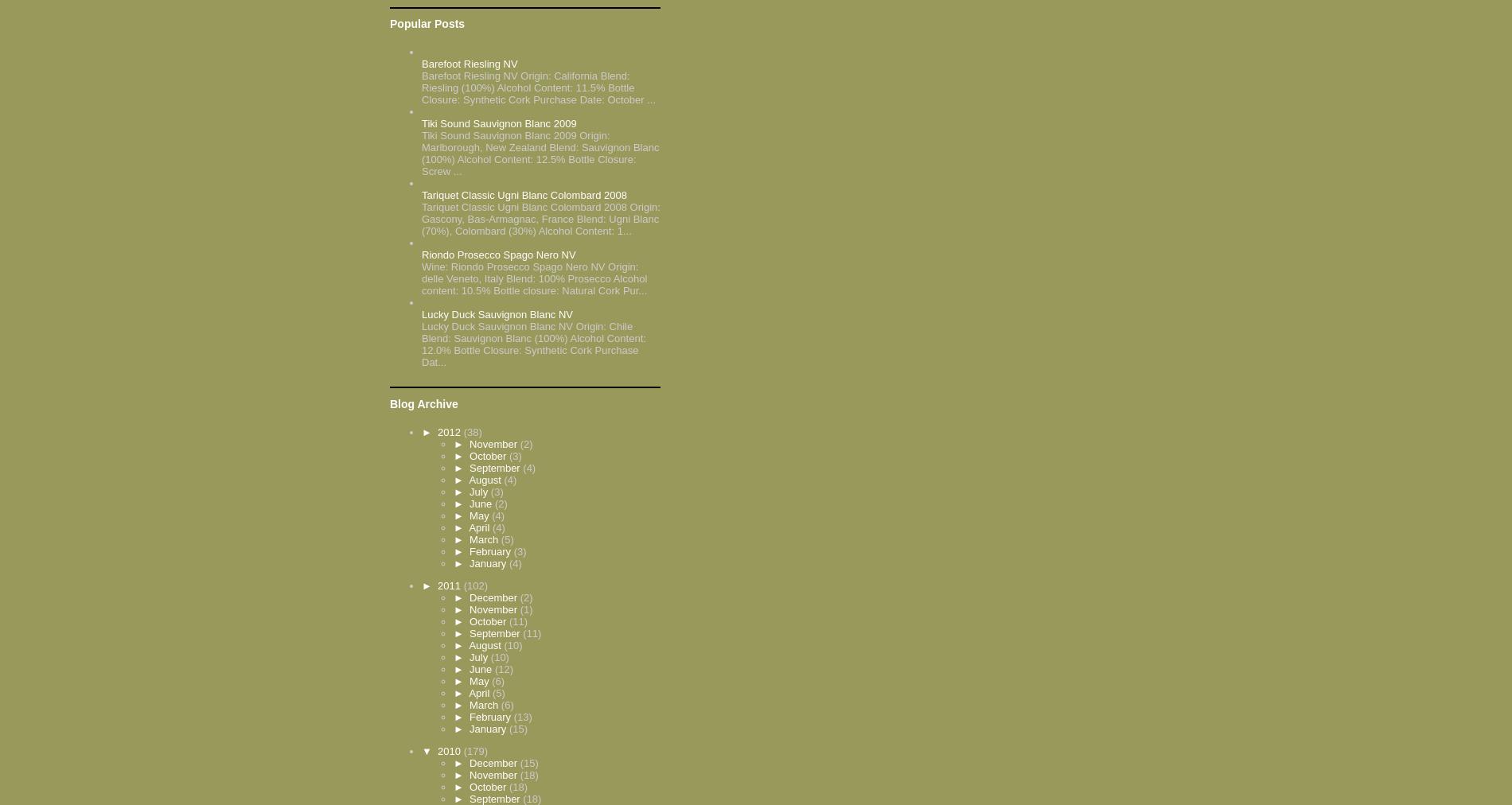 Image resolution: width=1512 pixels, height=805 pixels. What do you see at coordinates (540, 153) in the screenshot?
I see `'Tiki Sound Sauvignon Blanc 2009 Origin: Marlborough, New Zealand Blend: Sauvignon Blanc (100%) Alcohol Content: 12.5% Bottle Closure: Screw ...'` at bounding box center [540, 153].